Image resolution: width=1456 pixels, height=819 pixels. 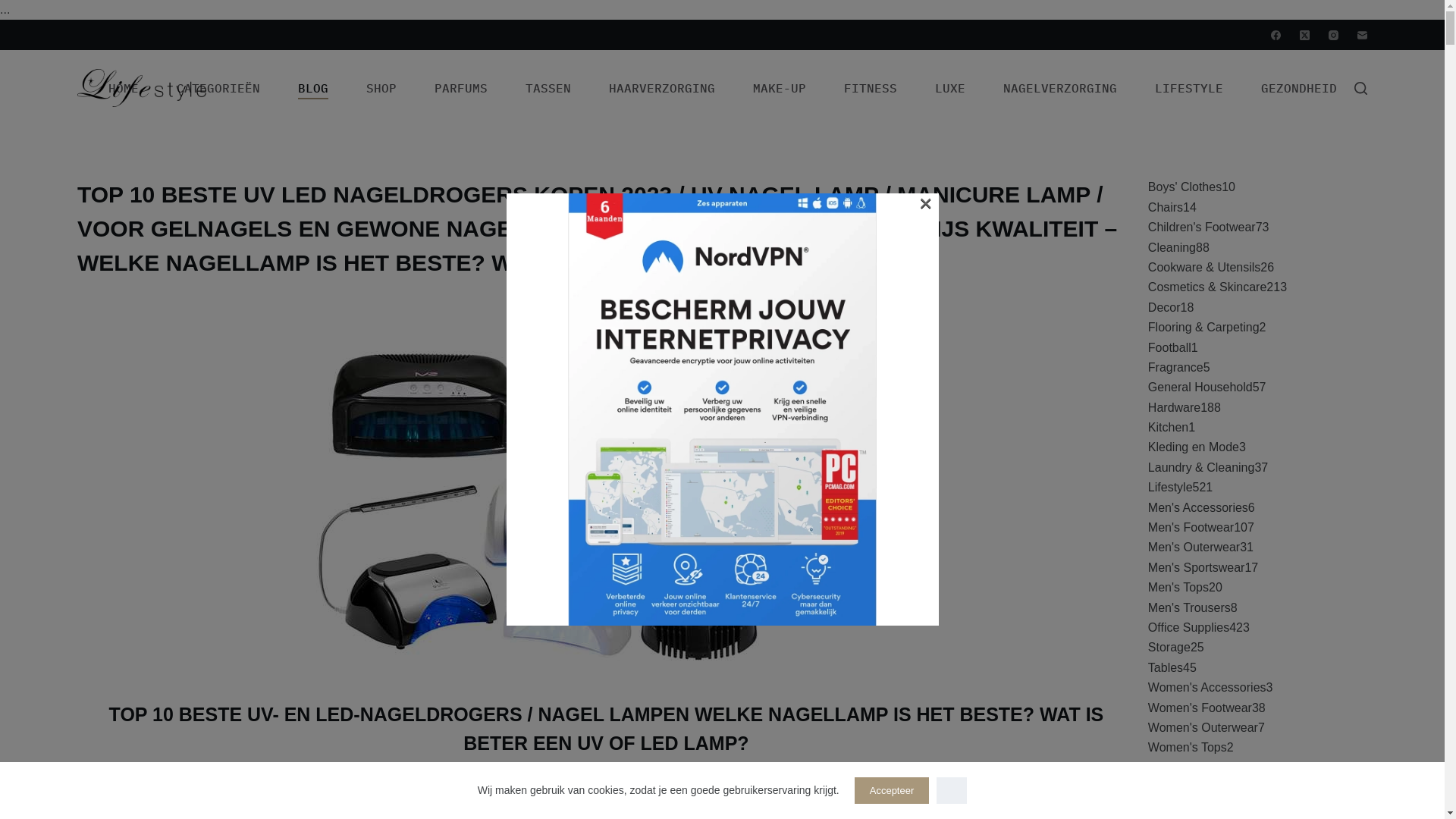 What do you see at coordinates (1207, 687) in the screenshot?
I see `'Women's Accessories'` at bounding box center [1207, 687].